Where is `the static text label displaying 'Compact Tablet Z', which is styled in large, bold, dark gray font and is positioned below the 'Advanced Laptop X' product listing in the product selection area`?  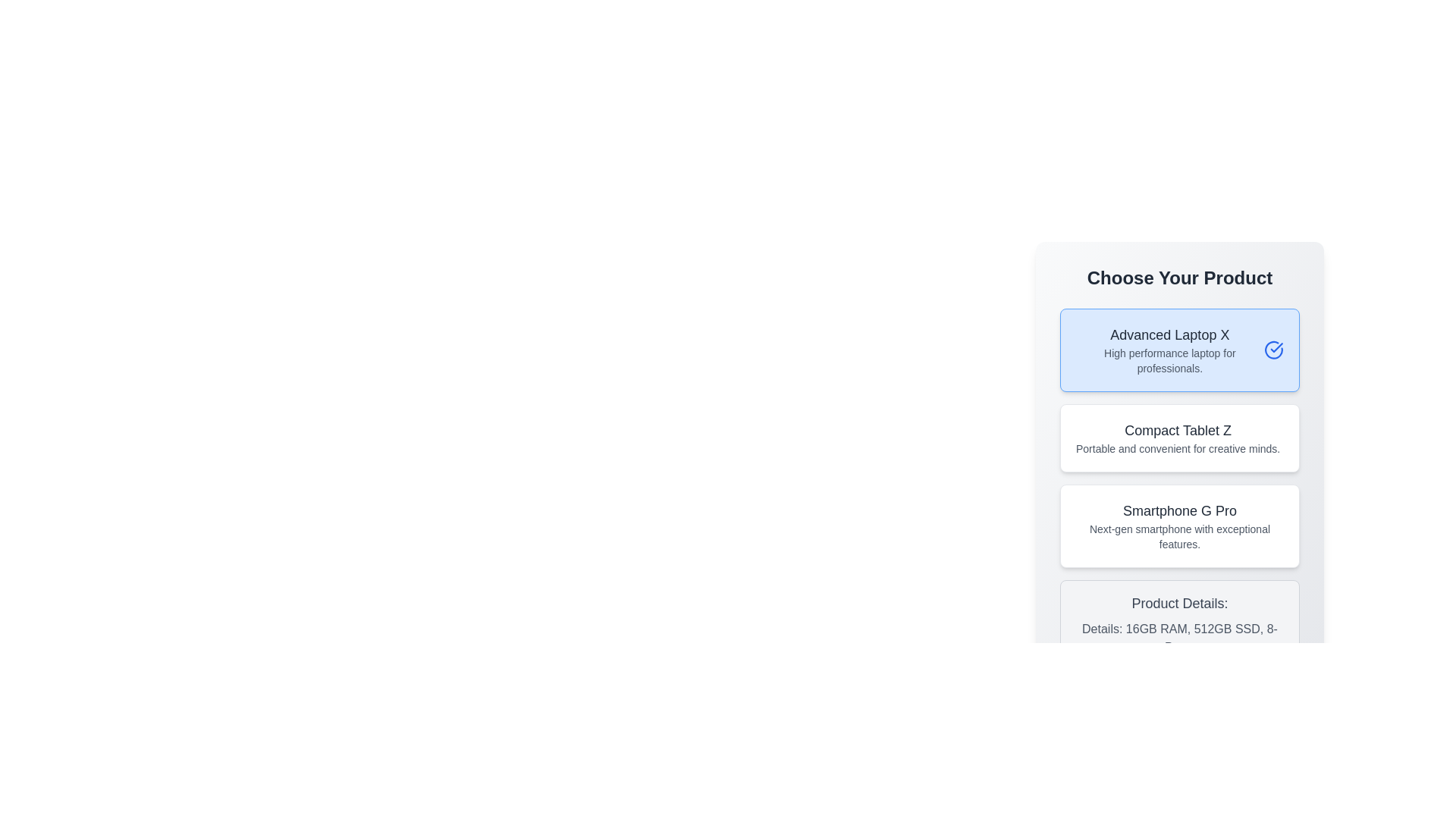
the static text label displaying 'Compact Tablet Z', which is styled in large, bold, dark gray font and is positioned below the 'Advanced Laptop X' product listing in the product selection area is located at coordinates (1177, 430).